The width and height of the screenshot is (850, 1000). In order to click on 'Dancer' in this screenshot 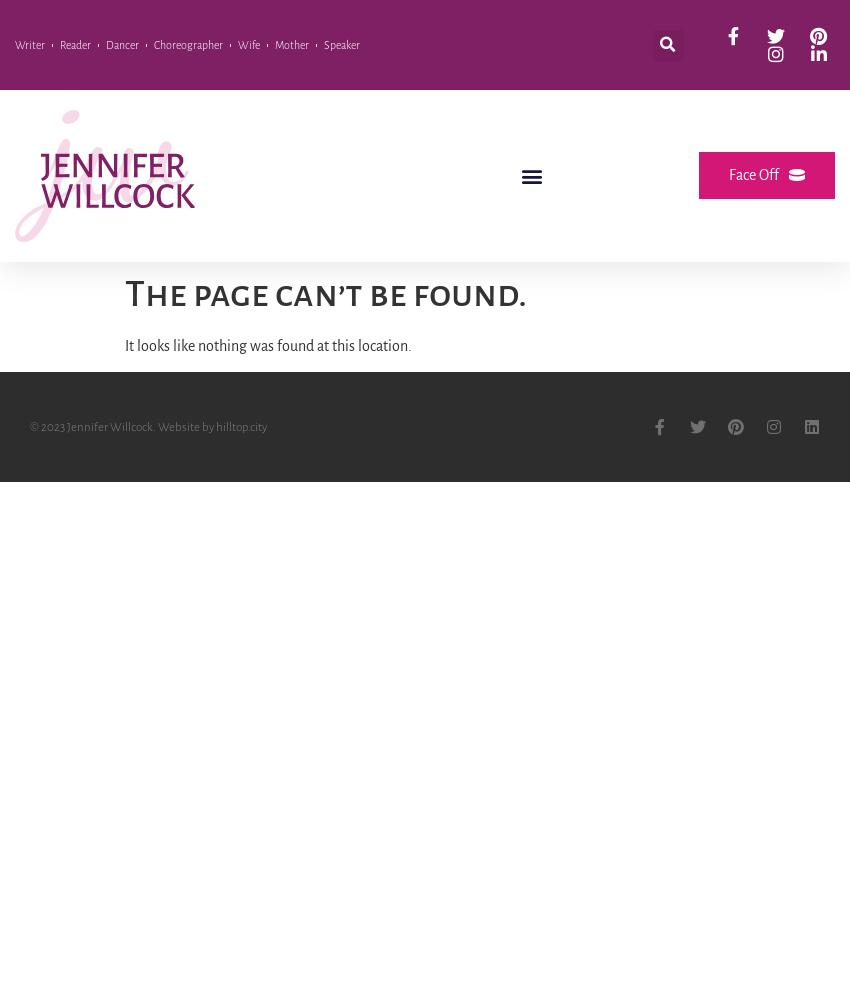, I will do `click(121, 45)`.